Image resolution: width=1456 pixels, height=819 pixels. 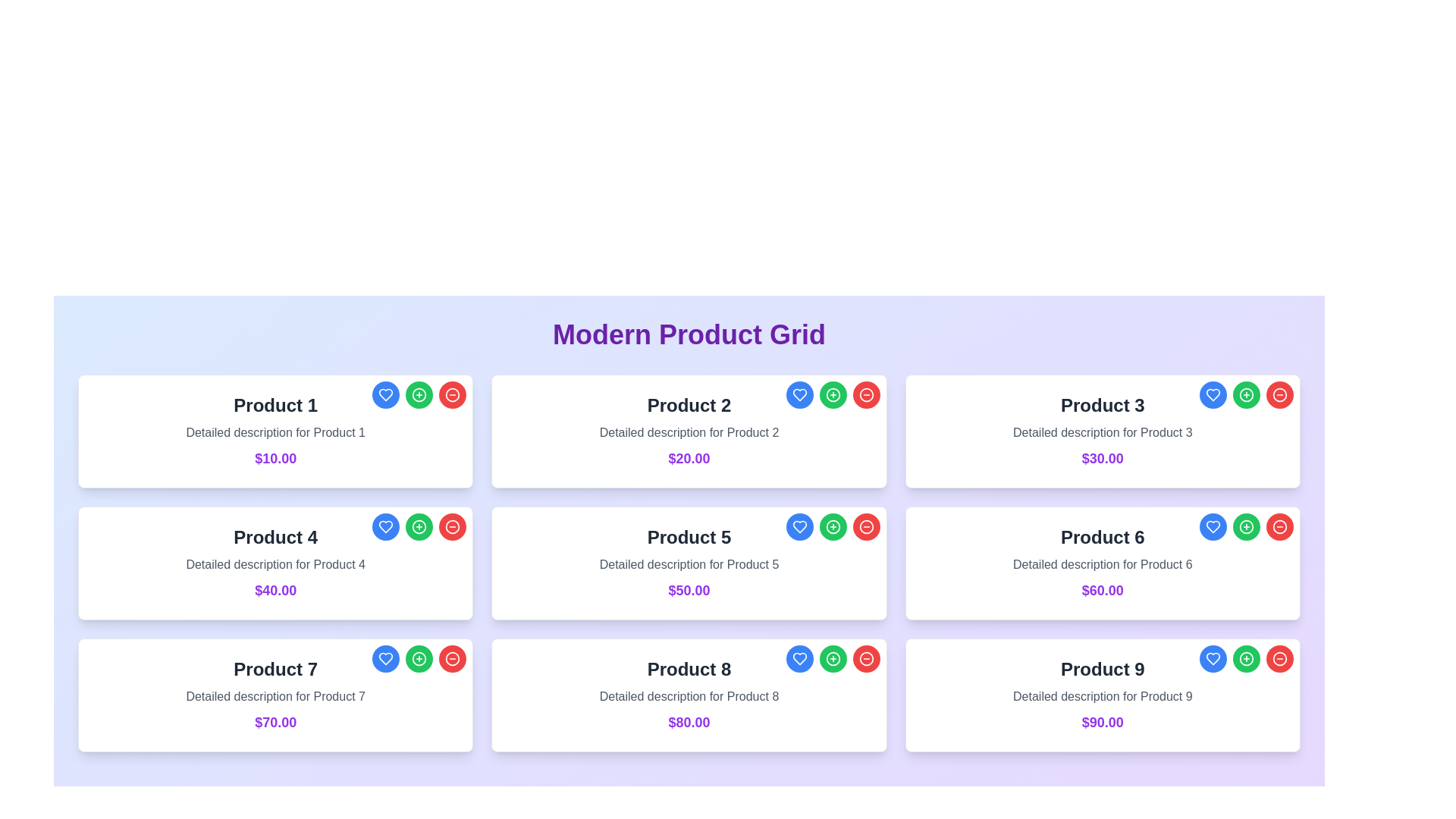 I want to click on the 'Favorite' button located in the top-right corner of the 'Product 1' card, so click(x=386, y=394).